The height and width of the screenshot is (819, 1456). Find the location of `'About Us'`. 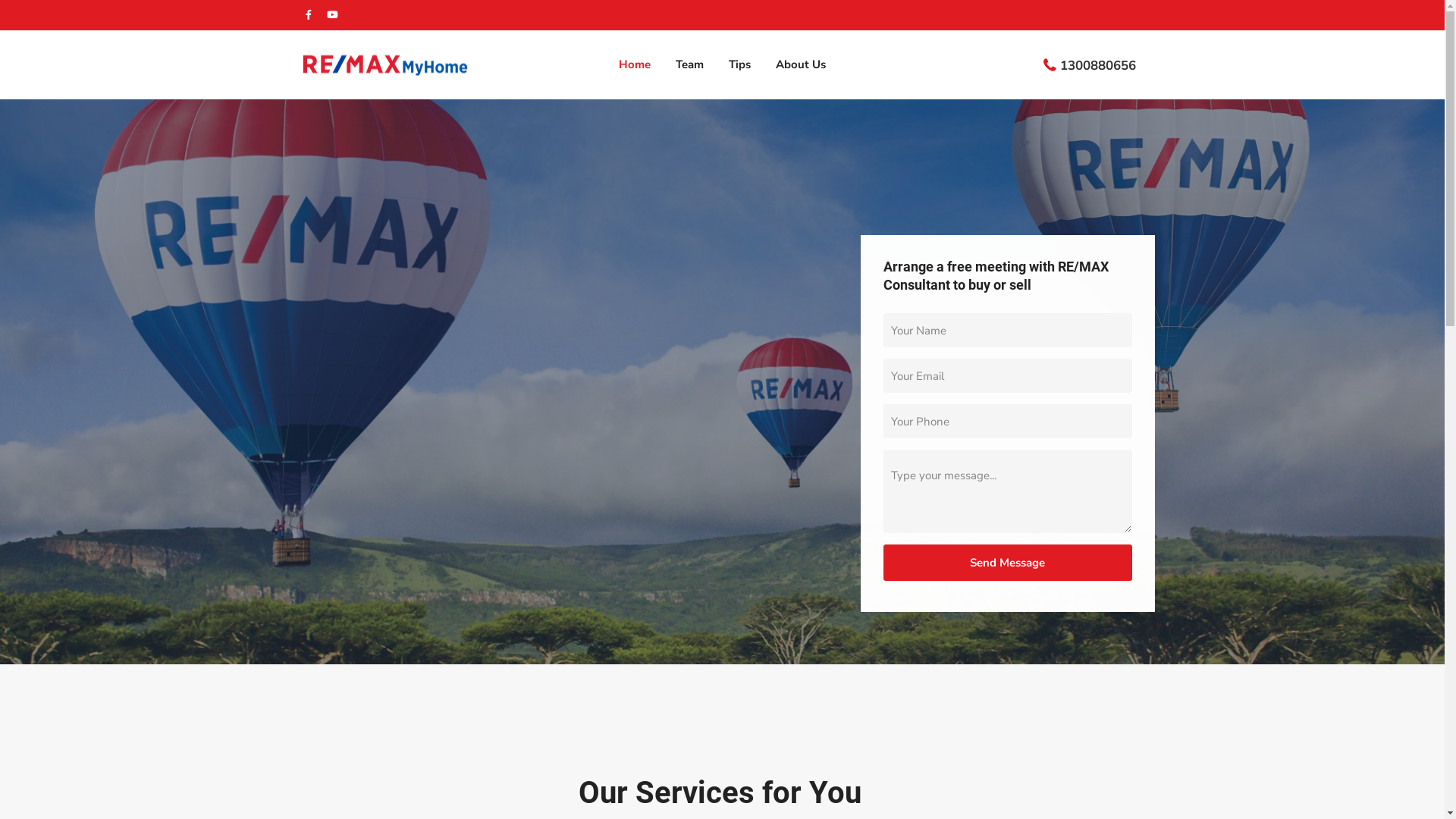

'About Us' is located at coordinates (800, 63).